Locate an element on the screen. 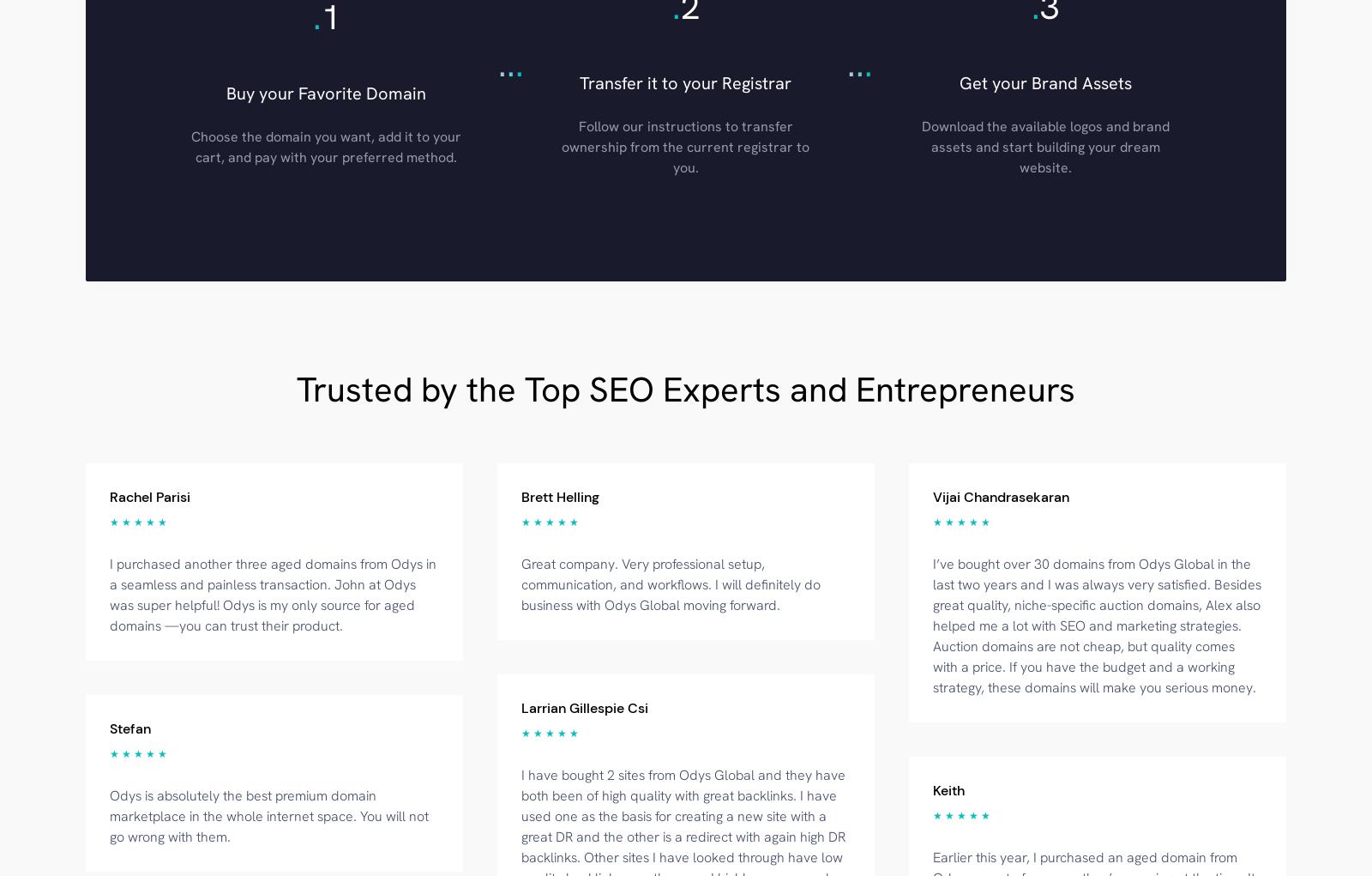 The width and height of the screenshot is (1372, 876). 'Buy your Favorite Domain' is located at coordinates (326, 92).